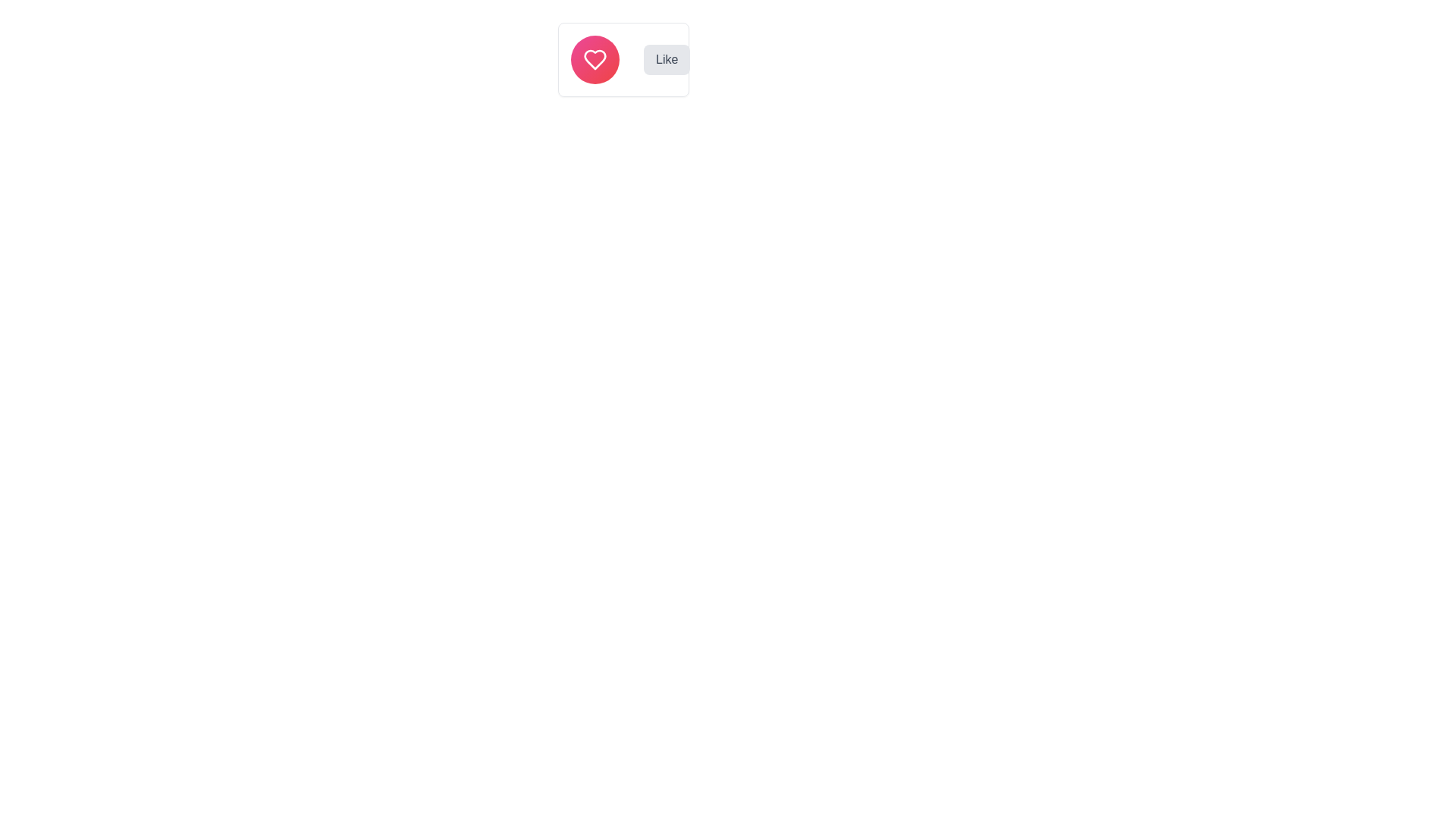 This screenshot has height=819, width=1456. What do you see at coordinates (595, 58) in the screenshot?
I see `the white thin-line heart icon centered within a pink-to-red circular gradient background to observe potential interaction effects` at bounding box center [595, 58].